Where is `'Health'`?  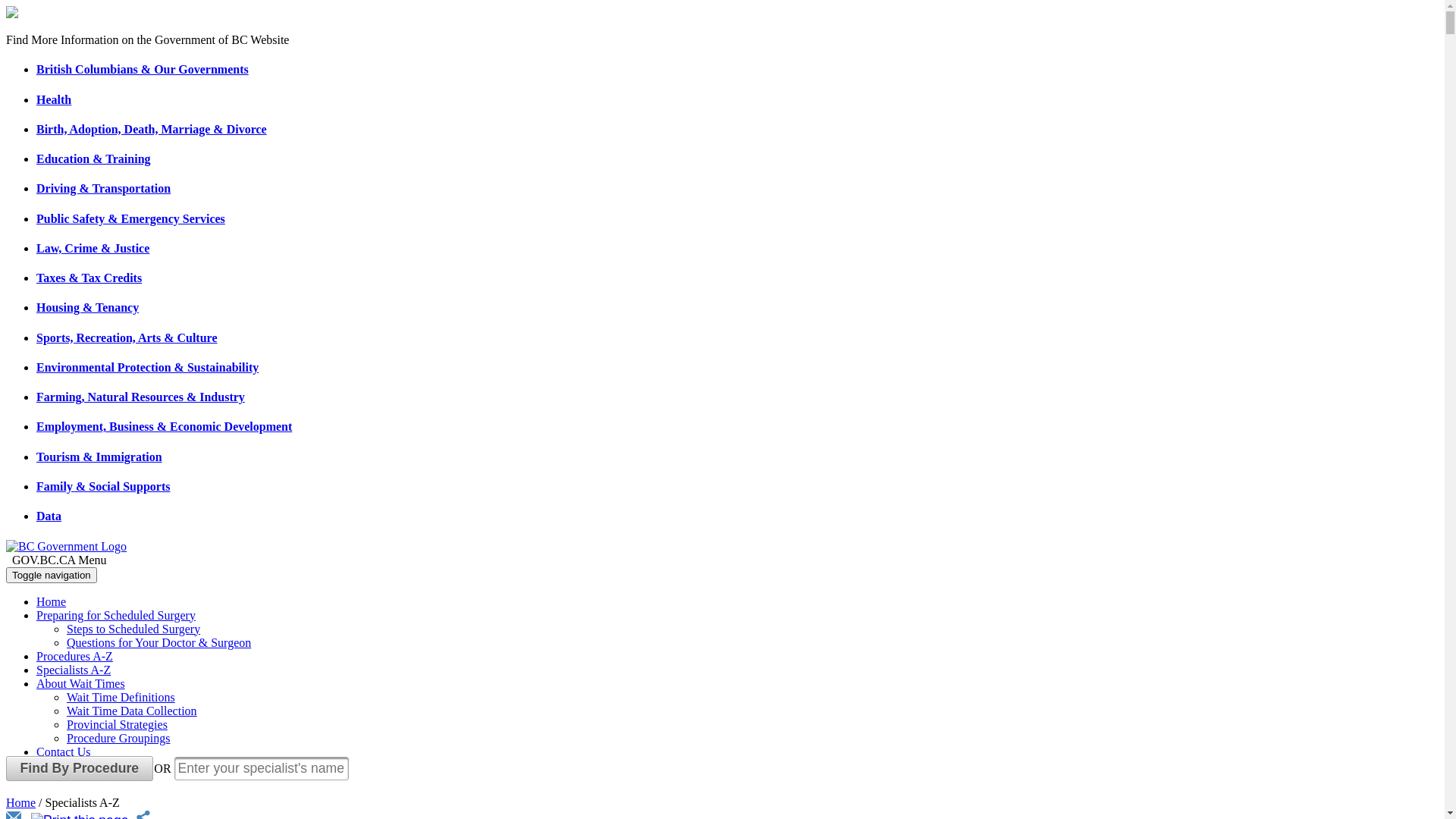 'Health' is located at coordinates (54, 99).